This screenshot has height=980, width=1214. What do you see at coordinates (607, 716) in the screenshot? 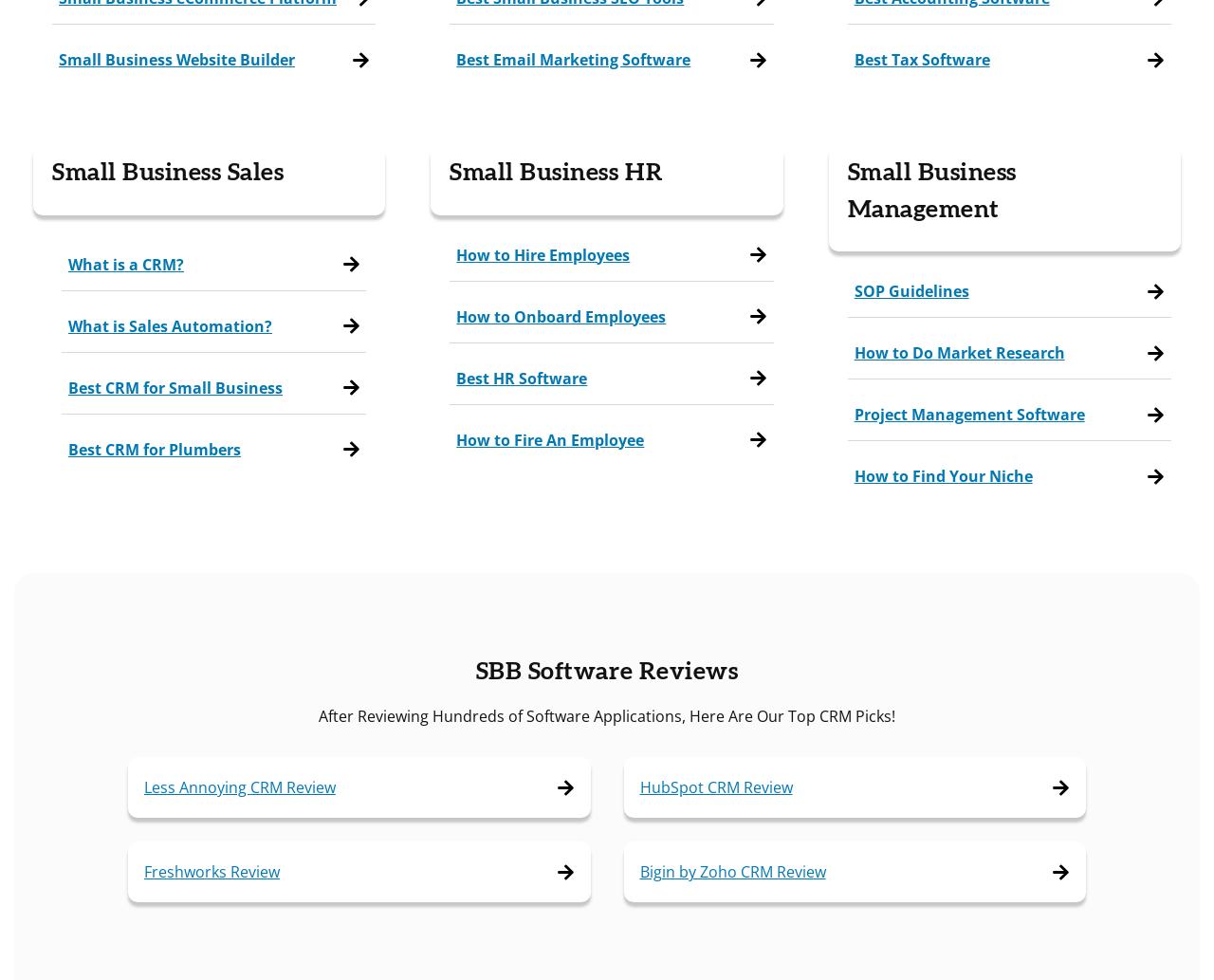
I see `'After Reviewing Hundreds of Software Applications, Here Are Our Top CRM Picks!'` at bounding box center [607, 716].